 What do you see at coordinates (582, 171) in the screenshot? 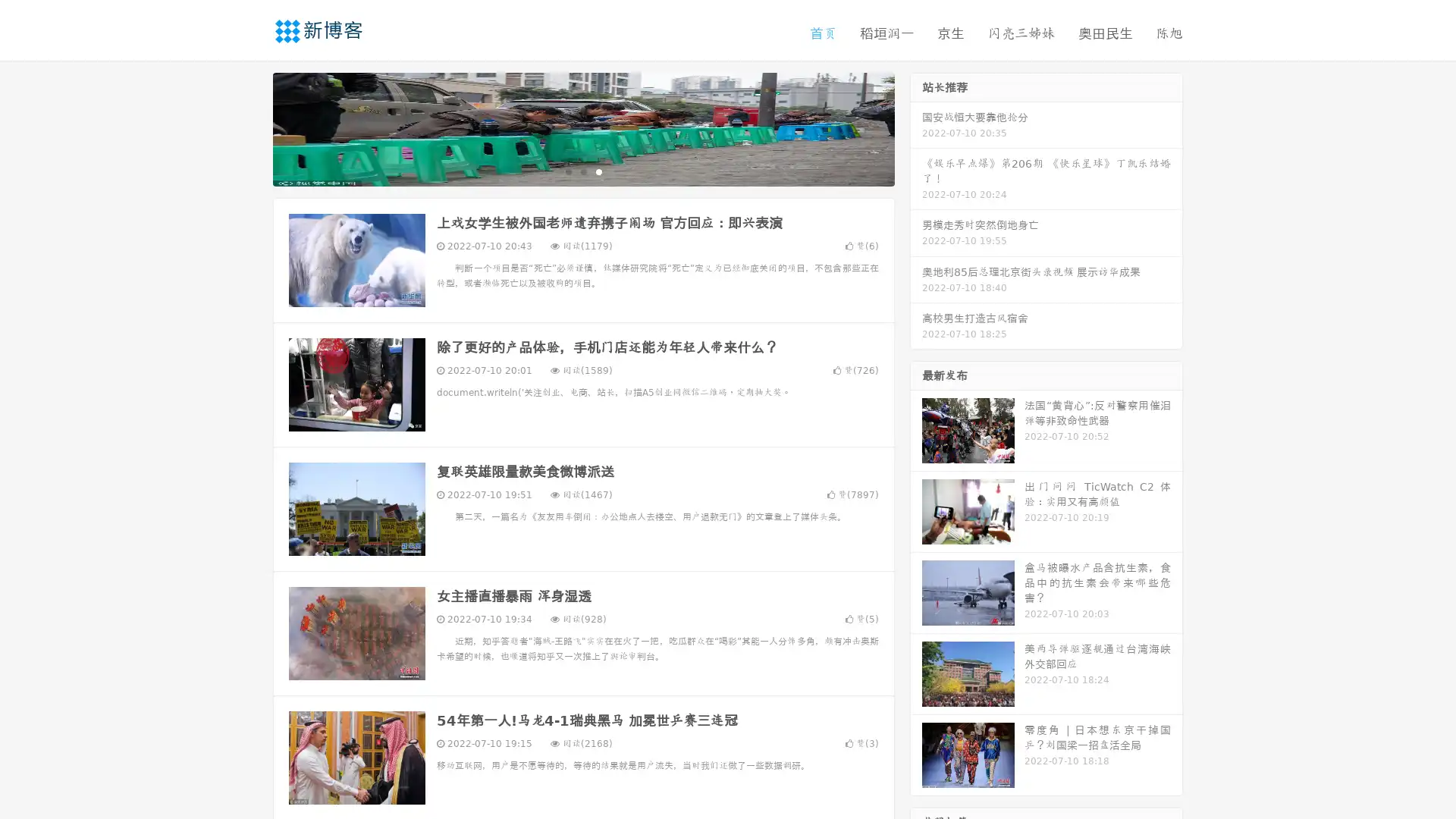
I see `Go to slide 2` at bounding box center [582, 171].